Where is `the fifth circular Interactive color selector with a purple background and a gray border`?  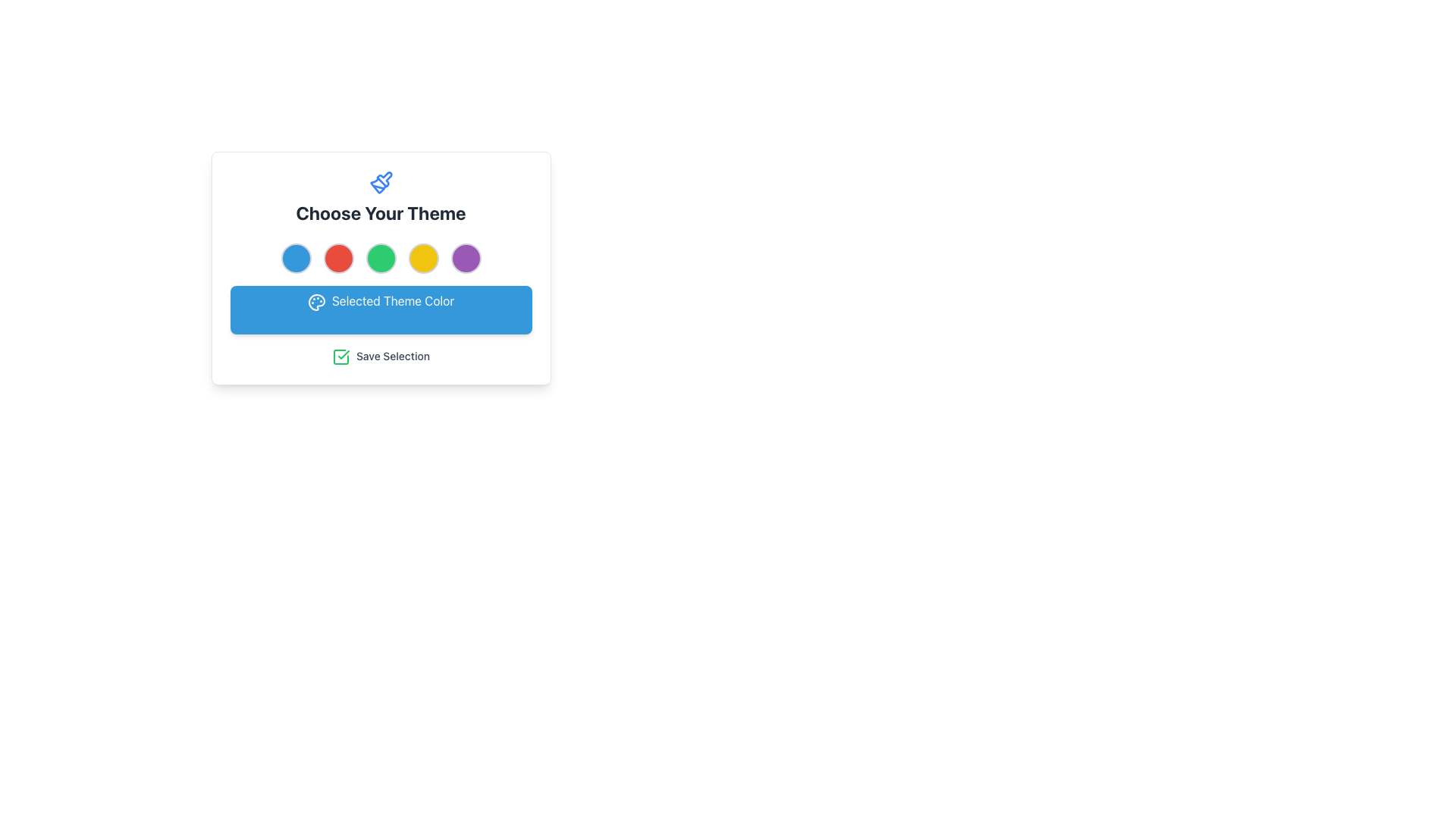 the fifth circular Interactive color selector with a purple background and a gray border is located at coordinates (465, 257).